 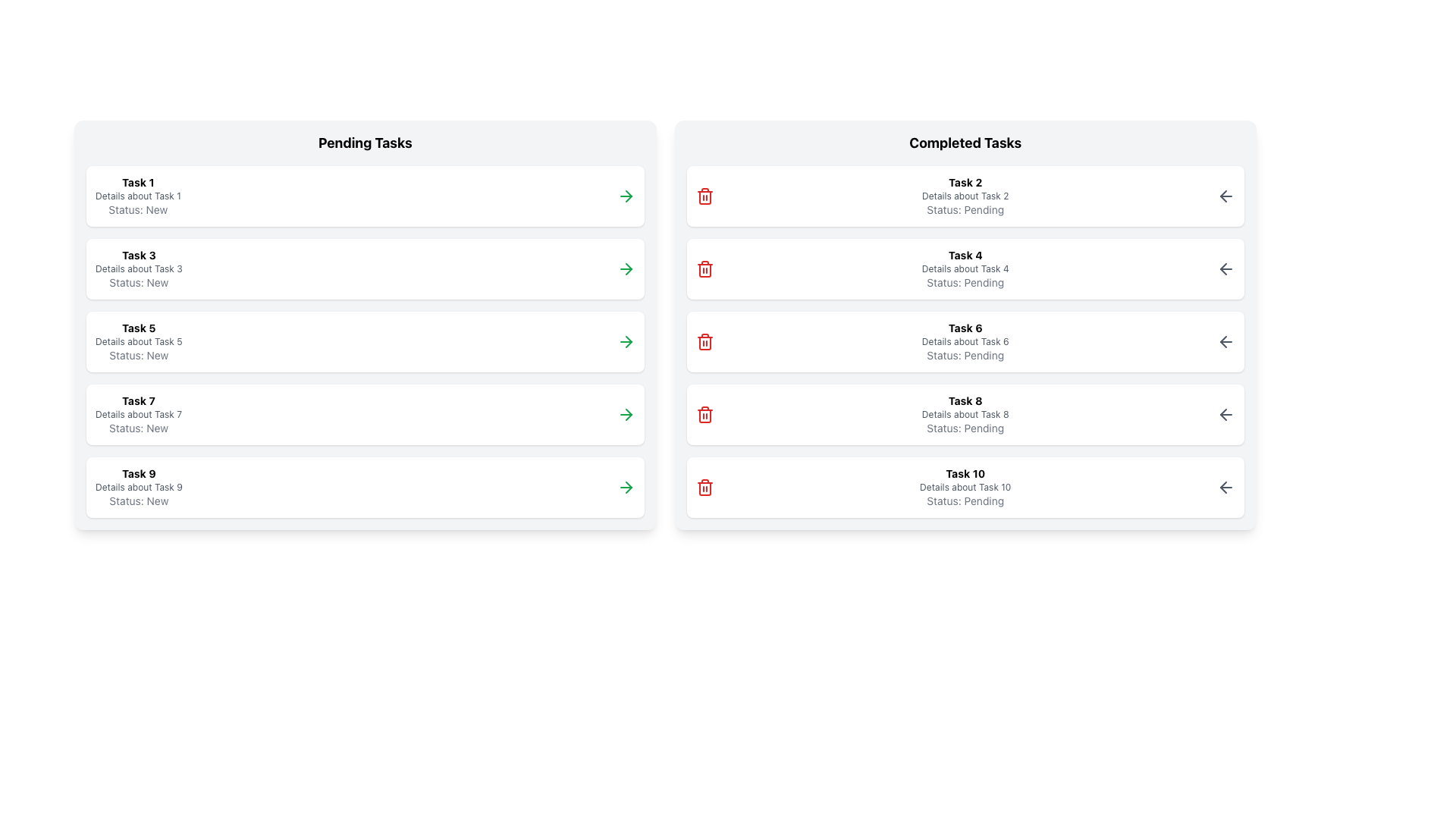 I want to click on the arrow icon in the rightmost section of the fifth task card labeled 'Task 9' in the 'Pending Tasks' list, so click(x=629, y=415).